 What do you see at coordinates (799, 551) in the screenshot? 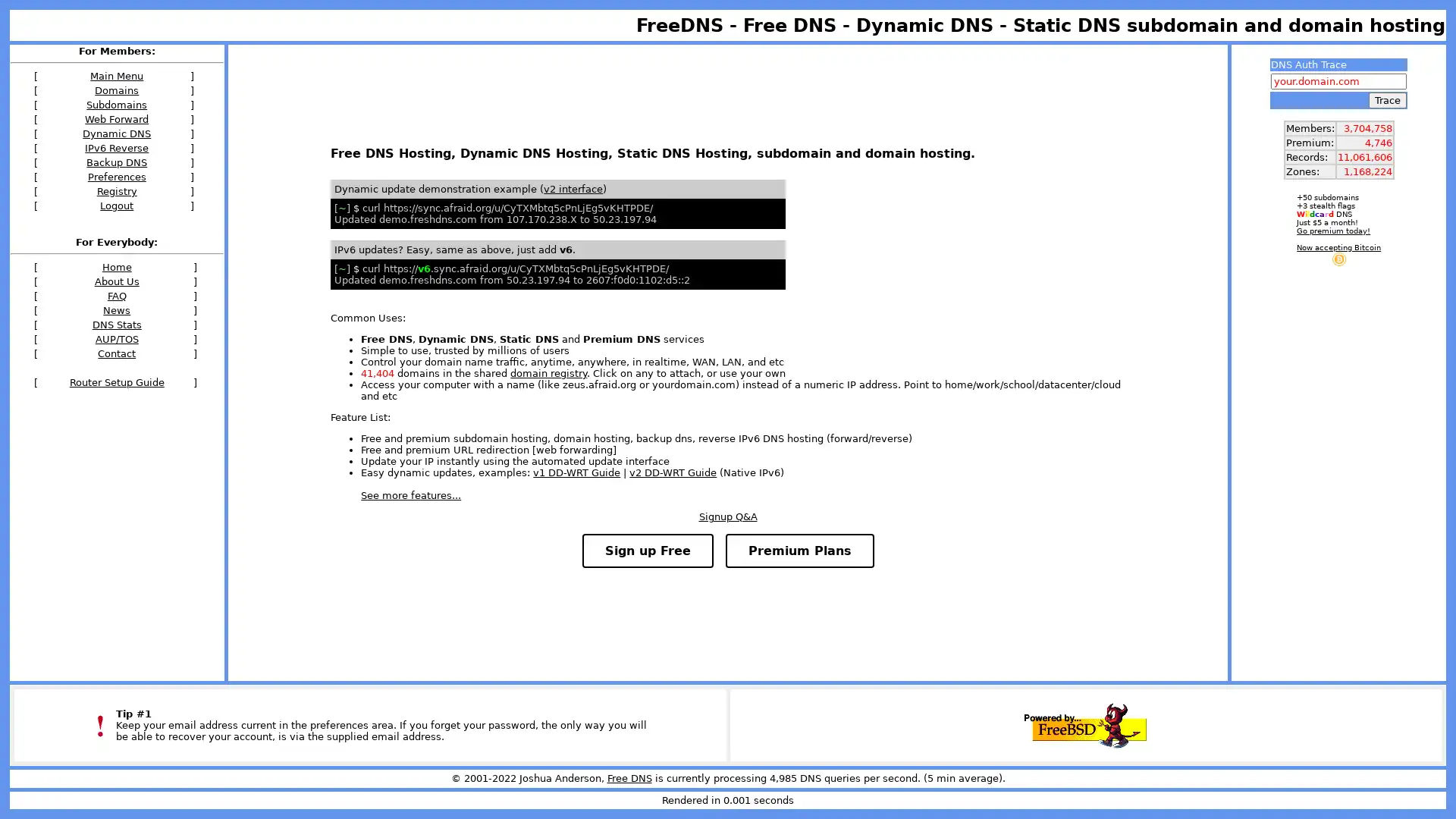
I see `Premium Plans` at bounding box center [799, 551].